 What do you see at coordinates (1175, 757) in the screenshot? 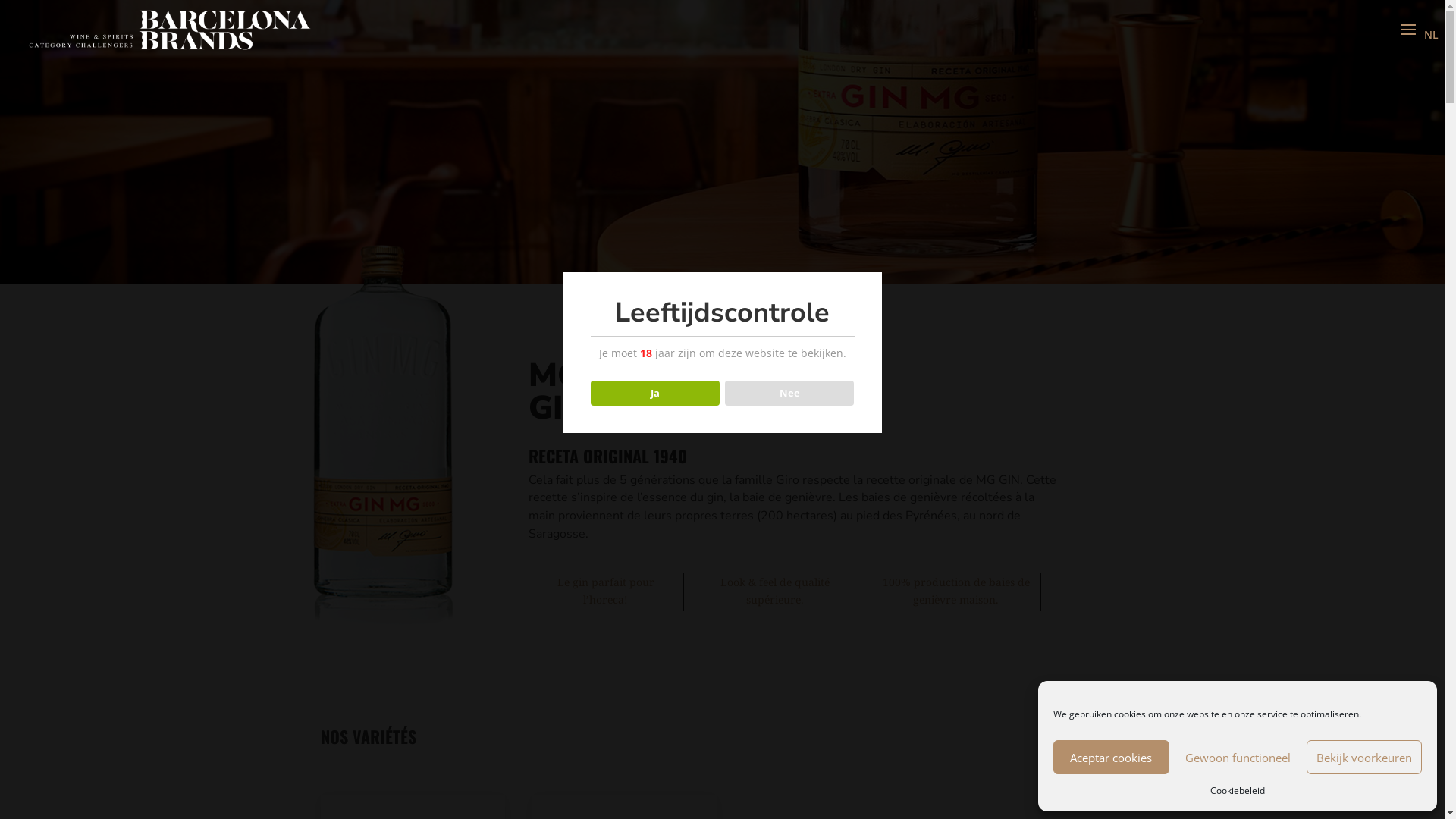
I see `'Gewoon functioneel'` at bounding box center [1175, 757].